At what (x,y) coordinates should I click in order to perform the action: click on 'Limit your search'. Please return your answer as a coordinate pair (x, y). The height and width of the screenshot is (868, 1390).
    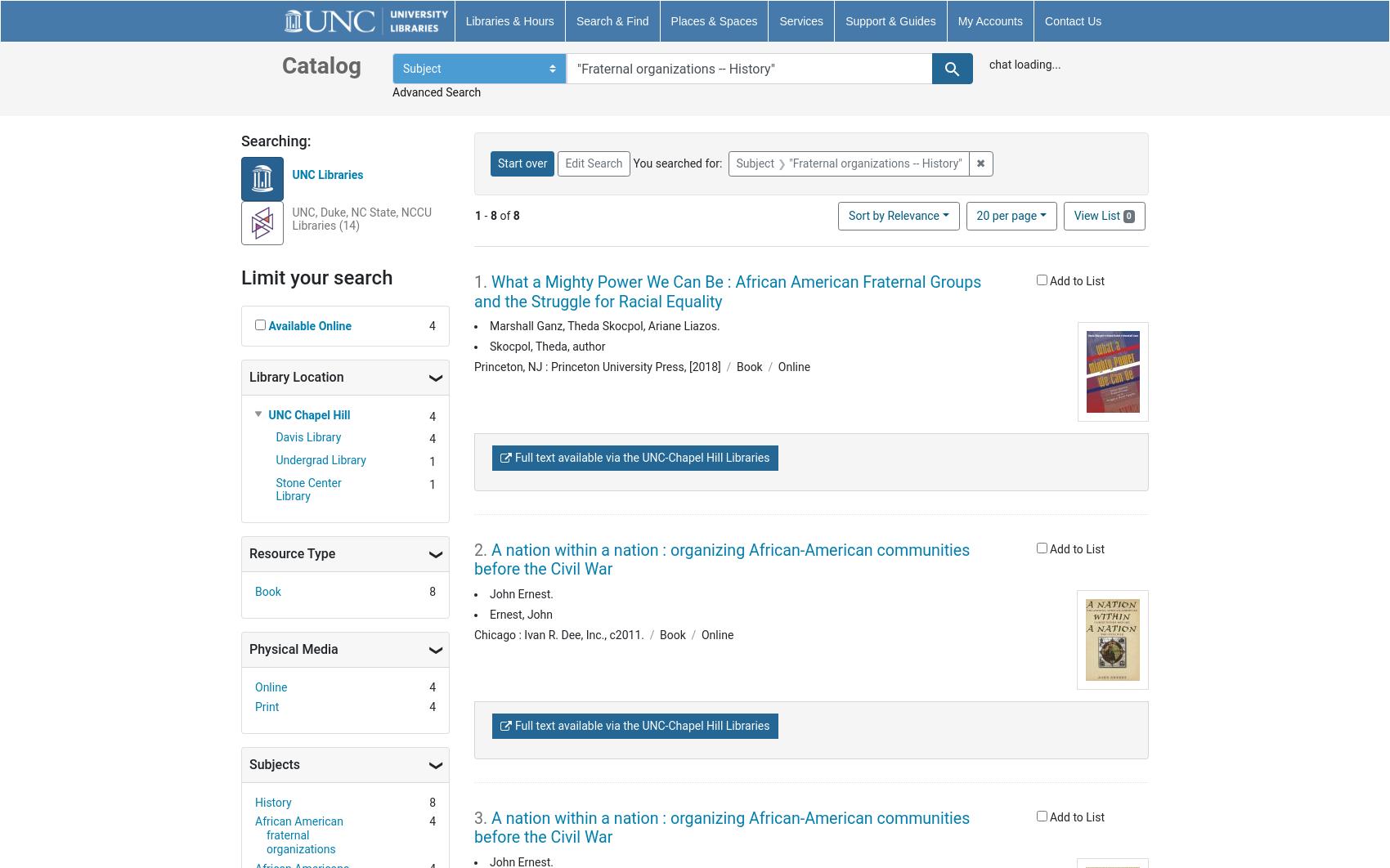
    Looking at the image, I should click on (316, 275).